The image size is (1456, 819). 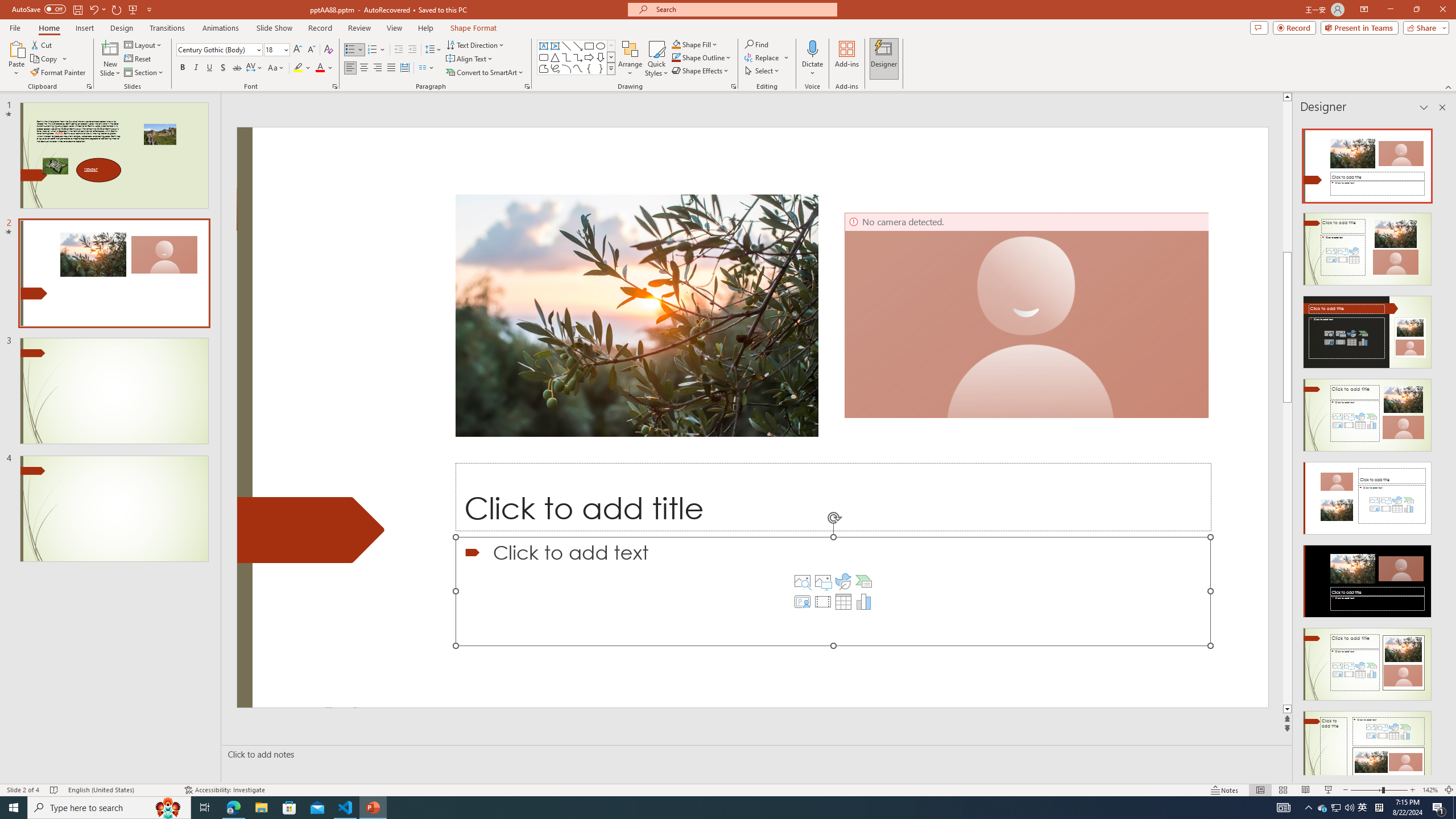 What do you see at coordinates (1225, 790) in the screenshot?
I see `'Notes '` at bounding box center [1225, 790].